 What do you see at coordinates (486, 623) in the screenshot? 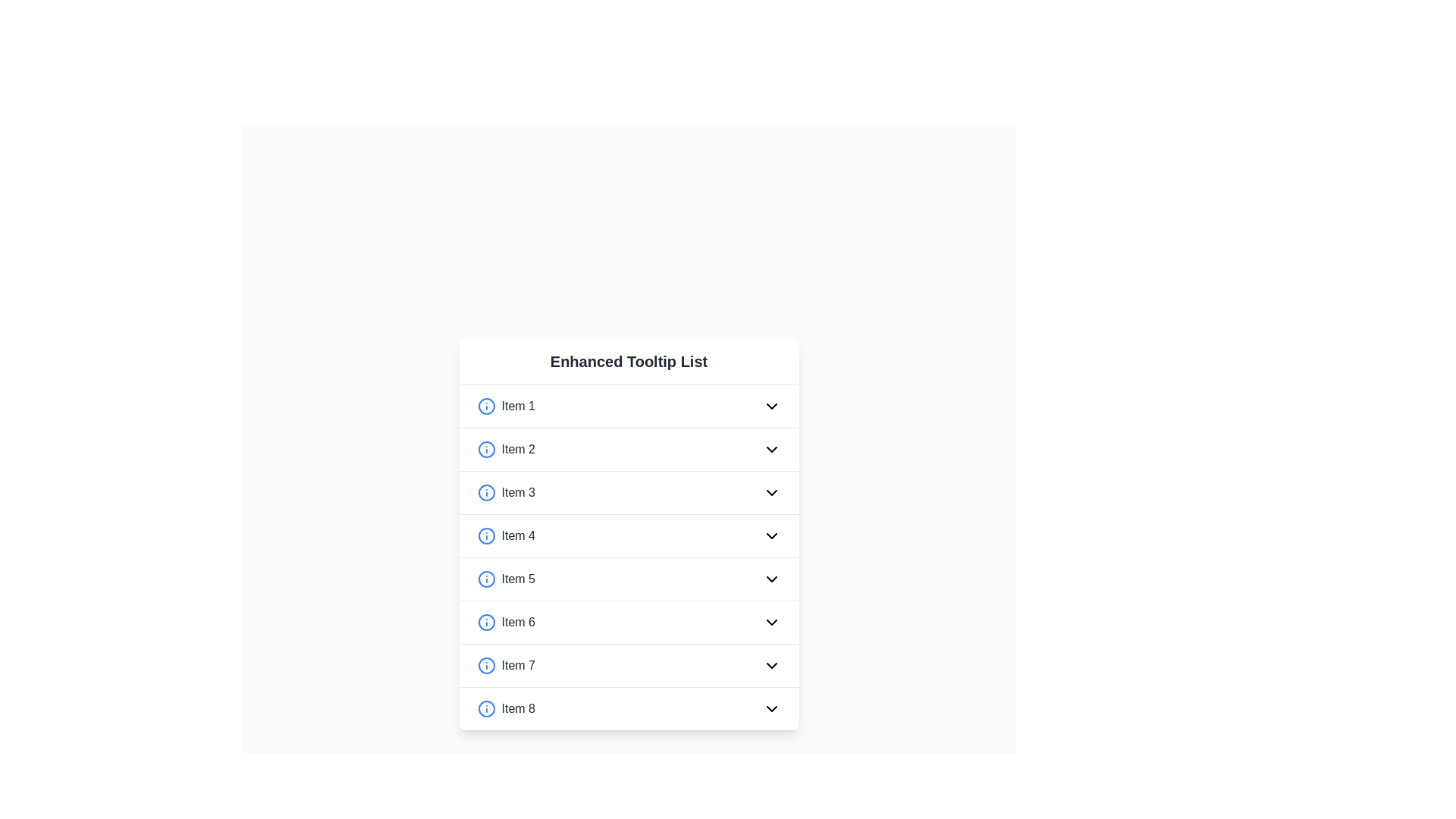
I see `the blue information icon with a circular border, located to the left of the text 'Item 6'` at bounding box center [486, 623].